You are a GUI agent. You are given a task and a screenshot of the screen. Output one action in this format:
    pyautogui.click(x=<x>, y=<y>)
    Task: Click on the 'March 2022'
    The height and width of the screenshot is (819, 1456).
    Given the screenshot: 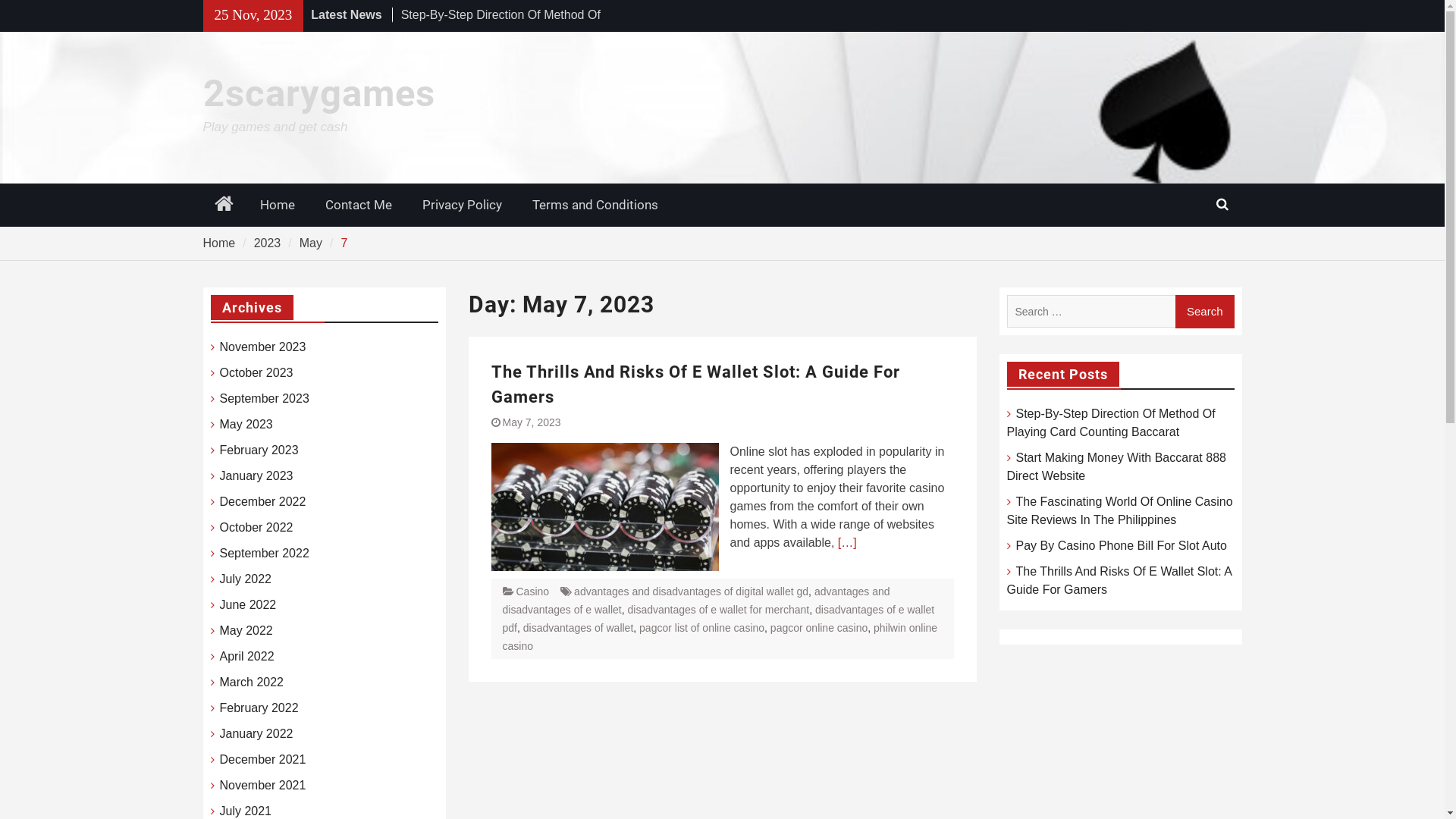 What is the action you would take?
    pyautogui.click(x=252, y=681)
    